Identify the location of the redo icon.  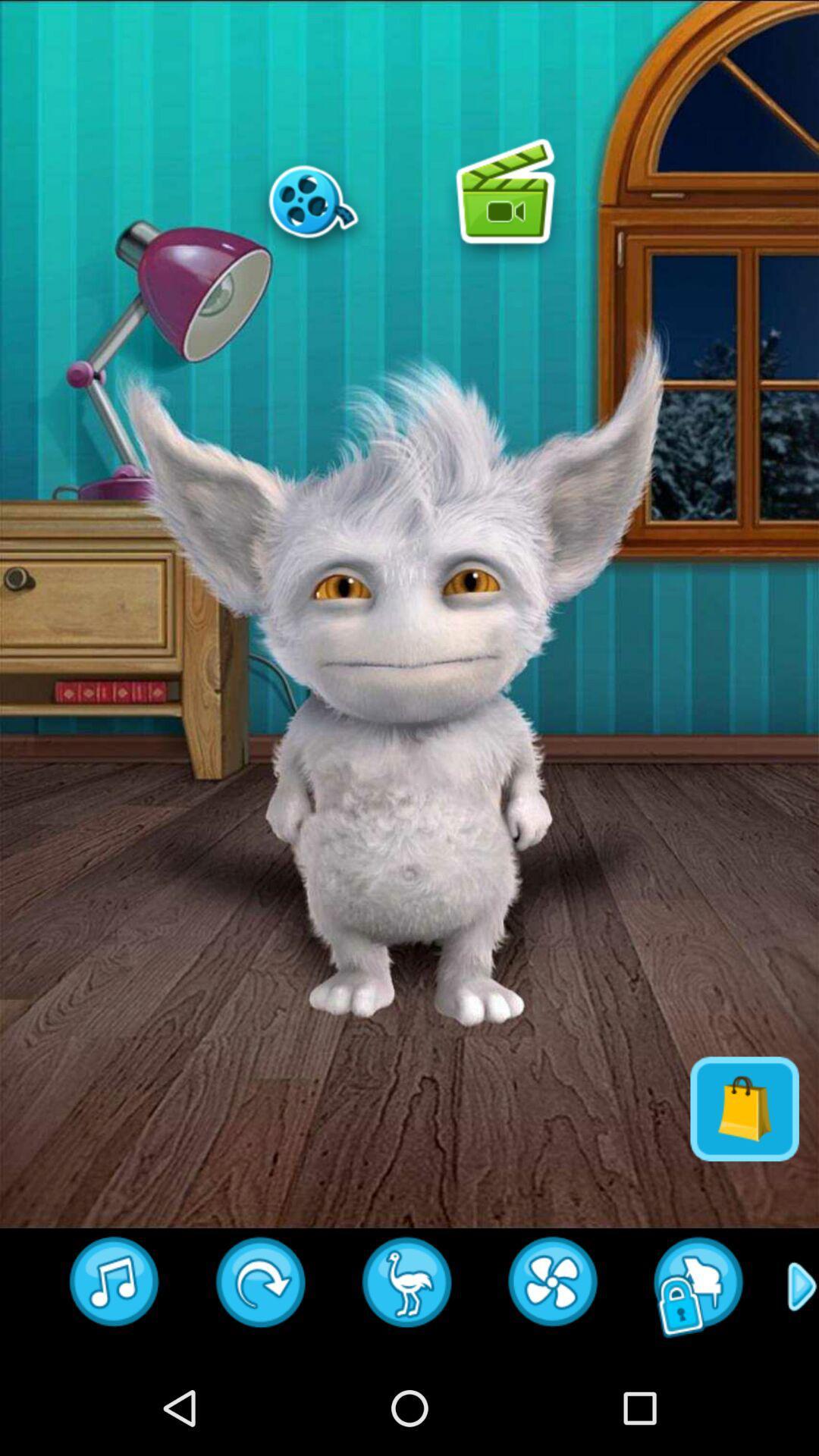
(260, 1377).